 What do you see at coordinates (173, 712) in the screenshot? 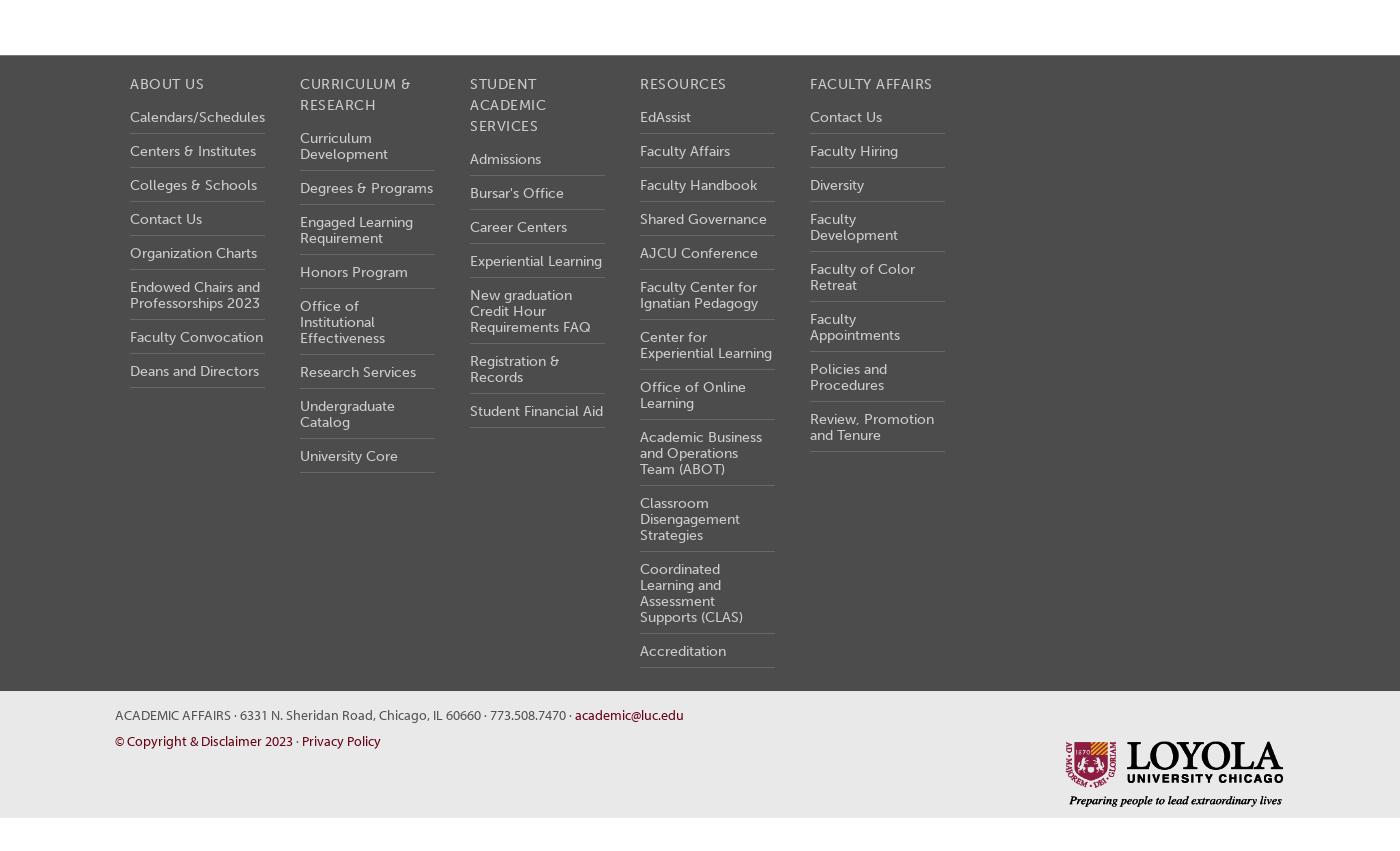
I see `'Academic Affairs'` at bounding box center [173, 712].